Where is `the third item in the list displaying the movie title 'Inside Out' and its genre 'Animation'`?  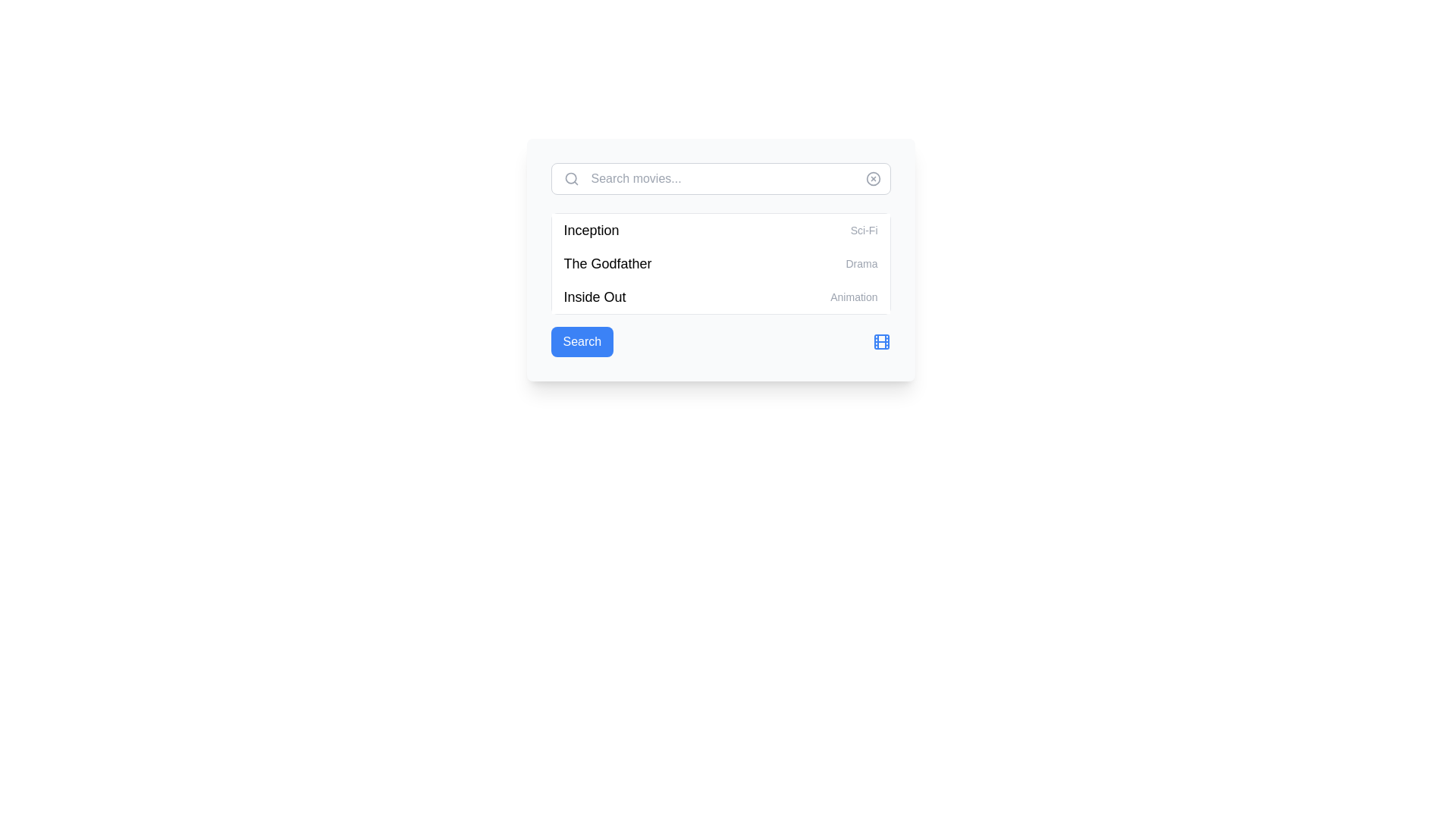
the third item in the list displaying the movie title 'Inside Out' and its genre 'Animation' is located at coordinates (720, 297).